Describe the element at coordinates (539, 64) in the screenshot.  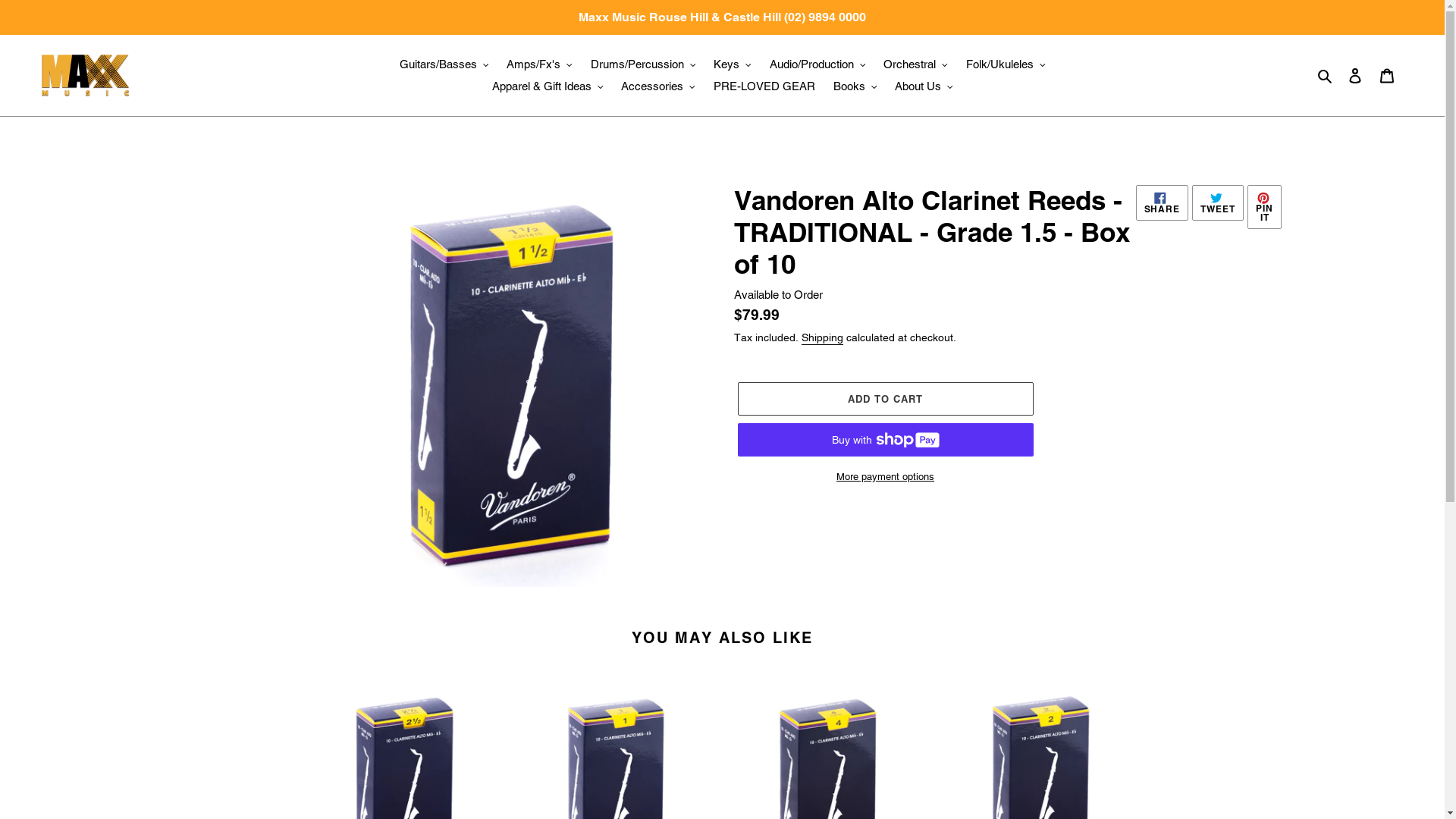
I see `'Amps/Fx's'` at that location.